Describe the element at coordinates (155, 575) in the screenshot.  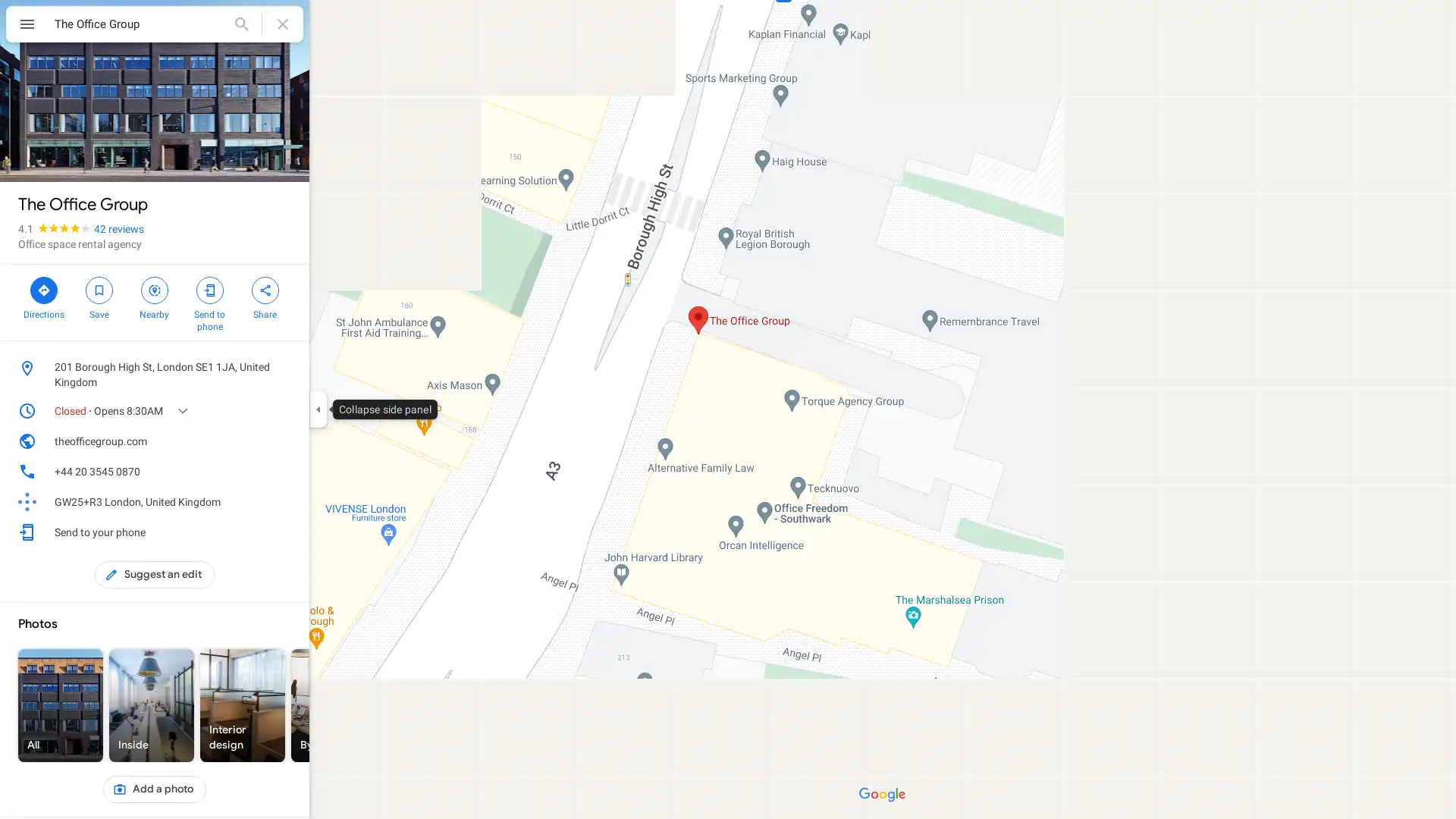
I see `Suggest an edit` at that location.